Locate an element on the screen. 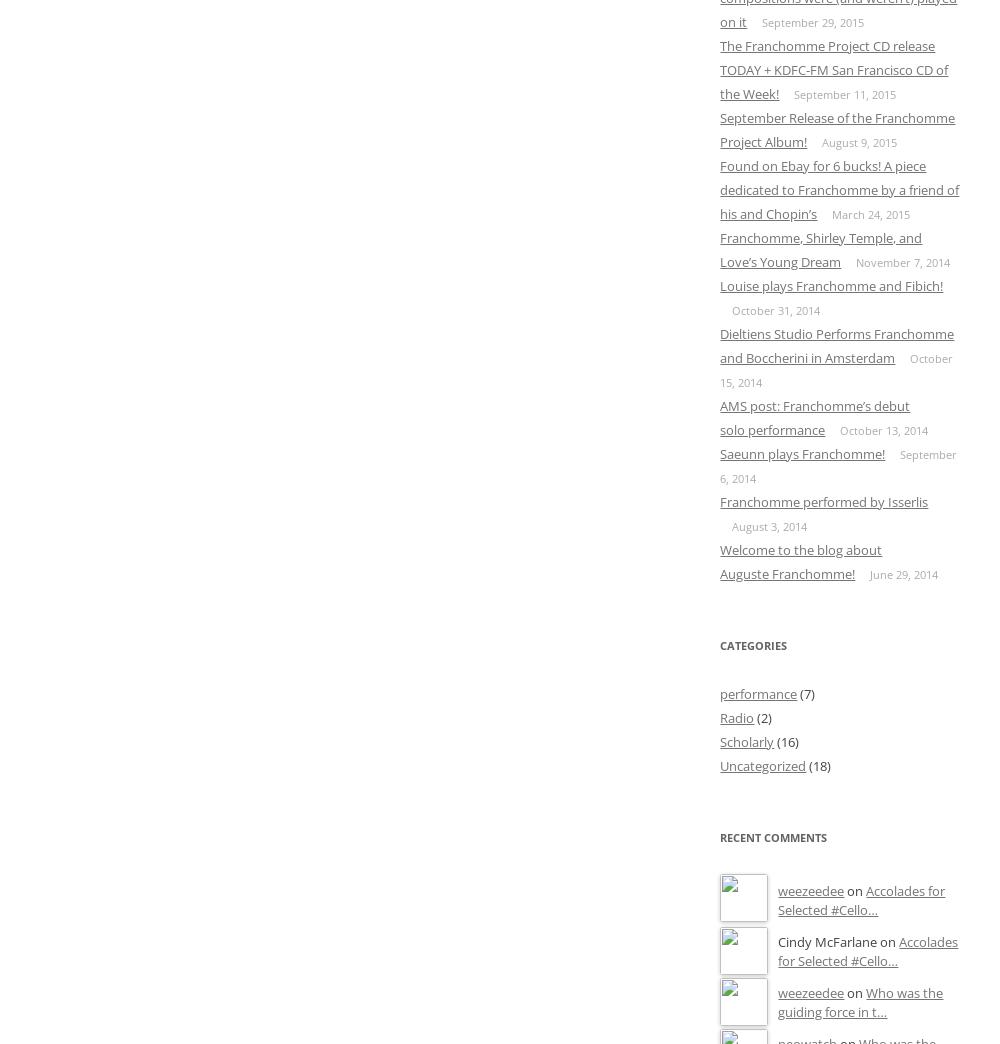 This screenshot has width=1000, height=1044. 'Categories' is located at coordinates (753, 644).